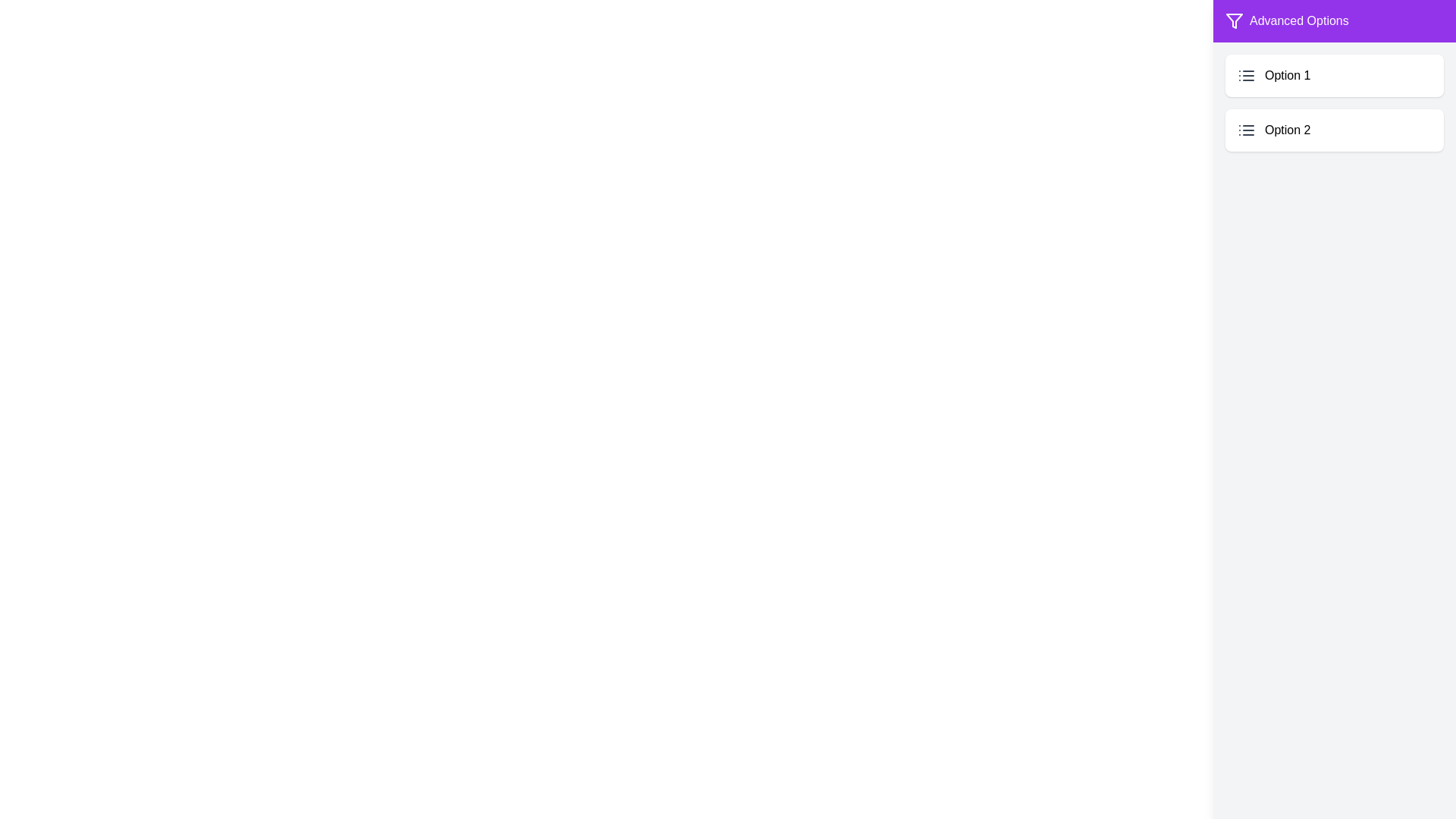 The height and width of the screenshot is (819, 1456). I want to click on the close icon to close the drawer, so click(1391, 32).